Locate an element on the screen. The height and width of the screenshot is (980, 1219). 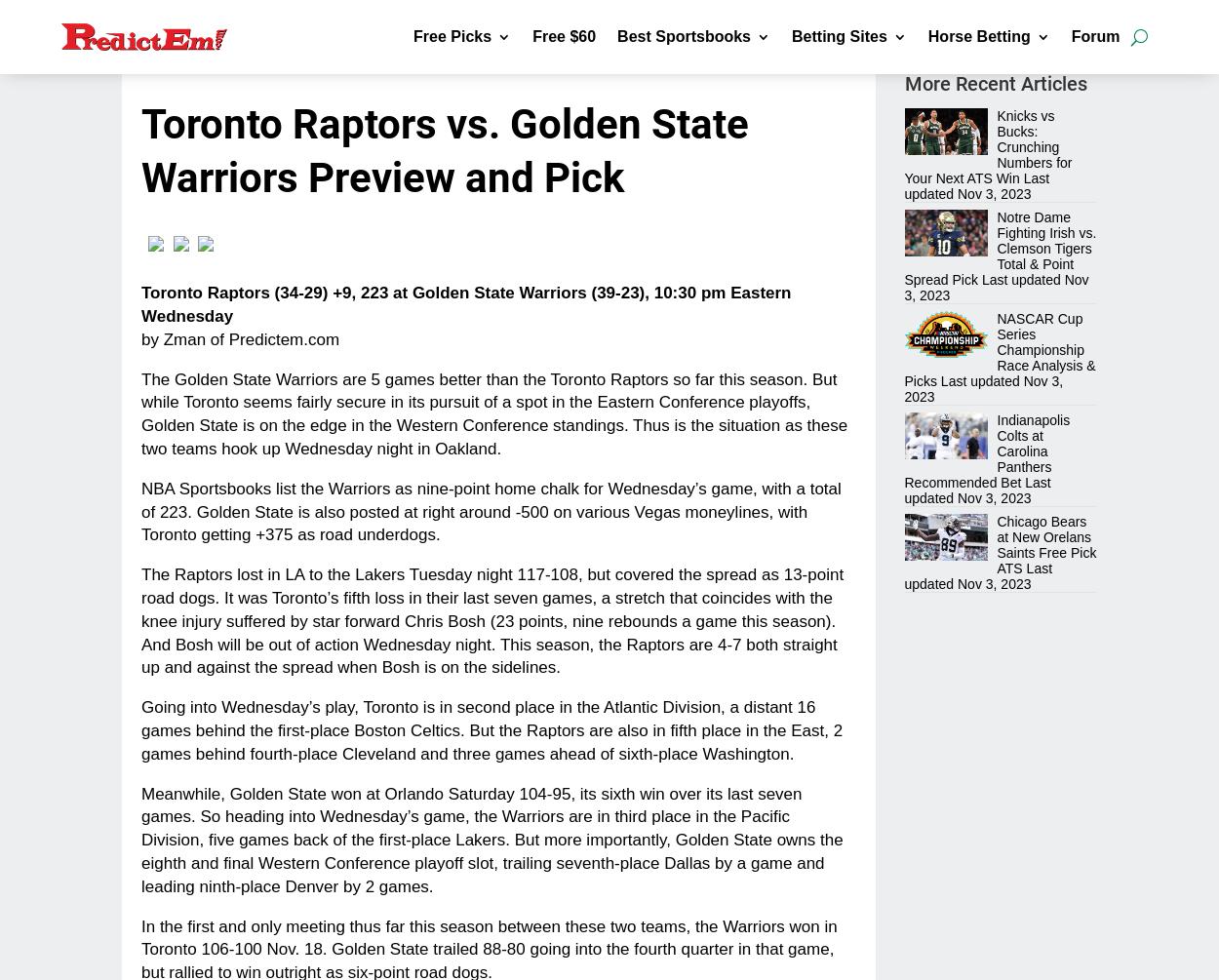
'NASCAR Picks' is located at coordinates (441, 442).